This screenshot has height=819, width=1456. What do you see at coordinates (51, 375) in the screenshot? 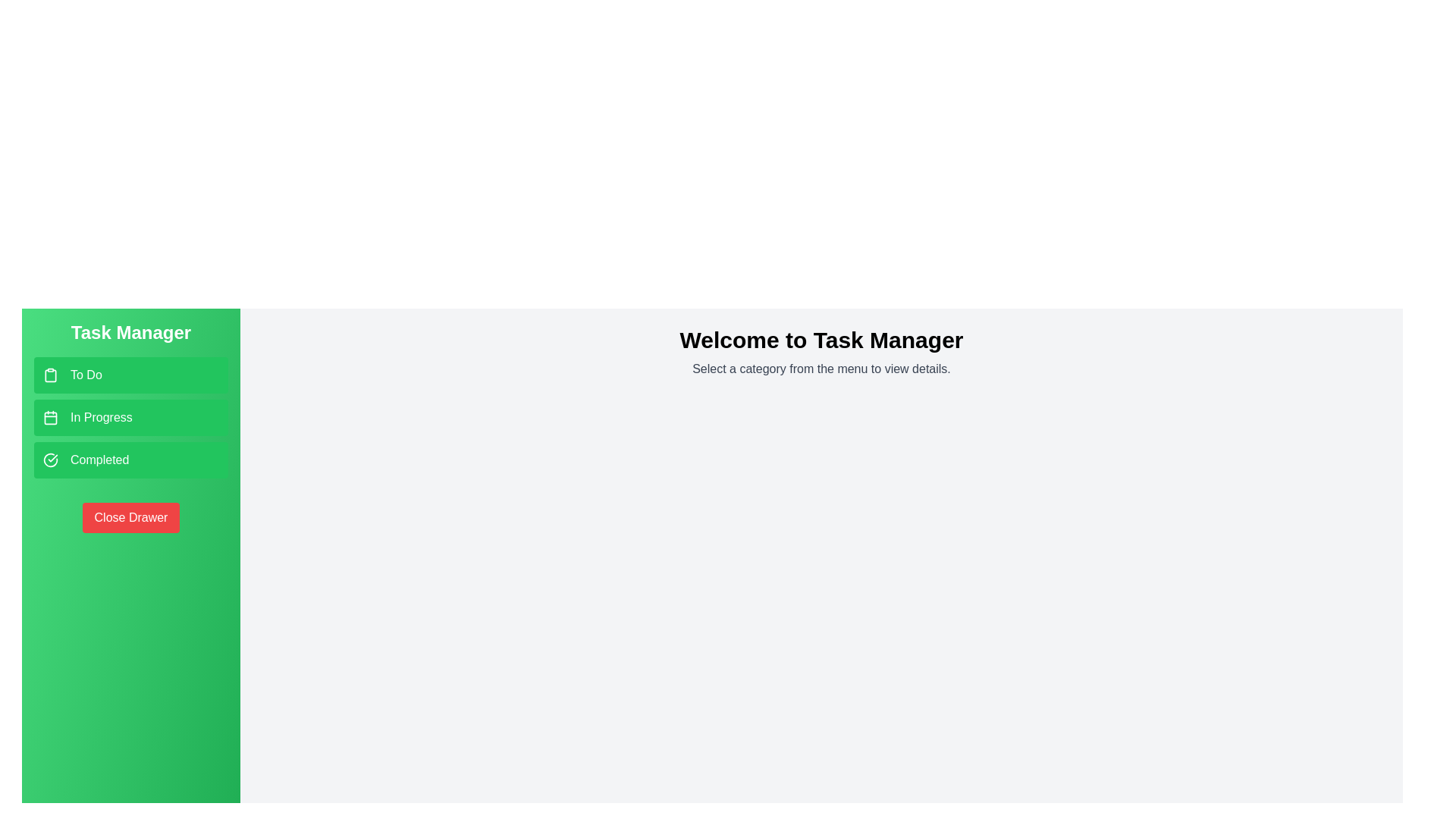
I see `the icon next to the category name To Do` at bounding box center [51, 375].